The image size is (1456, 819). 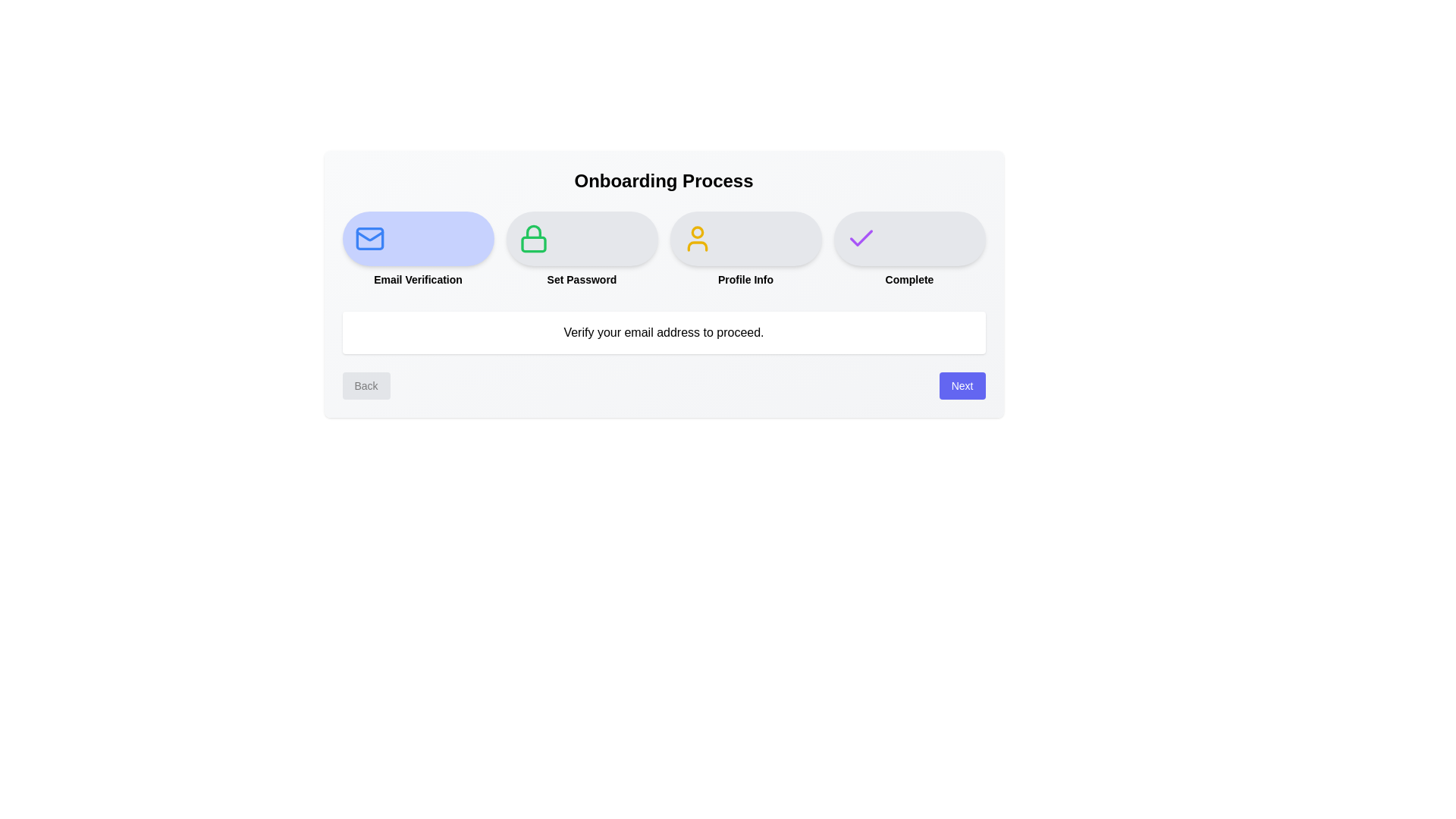 What do you see at coordinates (581, 239) in the screenshot?
I see `the step Set Password to inspect its feedback` at bounding box center [581, 239].